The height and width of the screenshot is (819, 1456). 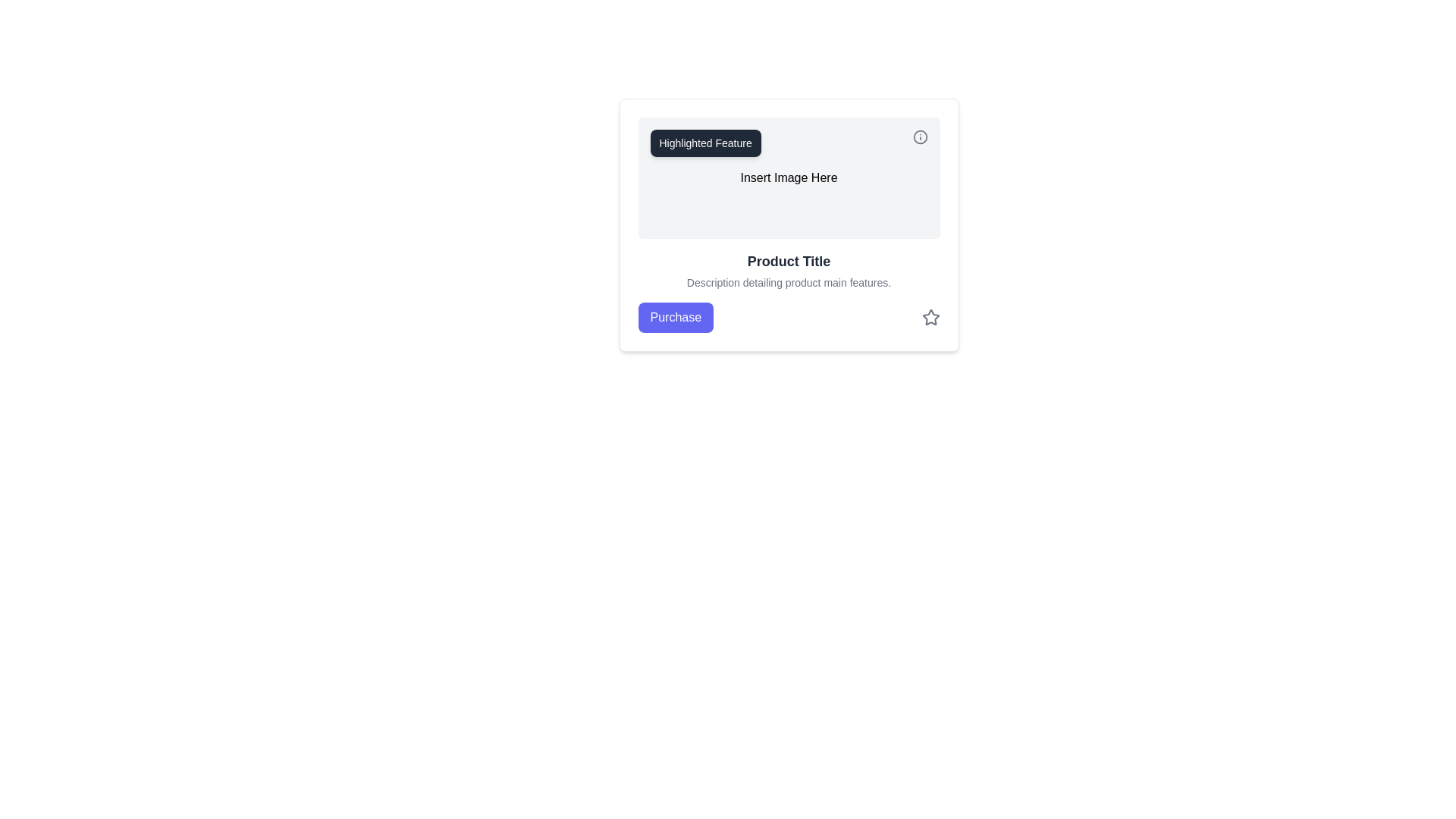 What do you see at coordinates (930, 317) in the screenshot?
I see `the star icon button located on the far right of the group, adjacent to the 'Purchase' button` at bounding box center [930, 317].